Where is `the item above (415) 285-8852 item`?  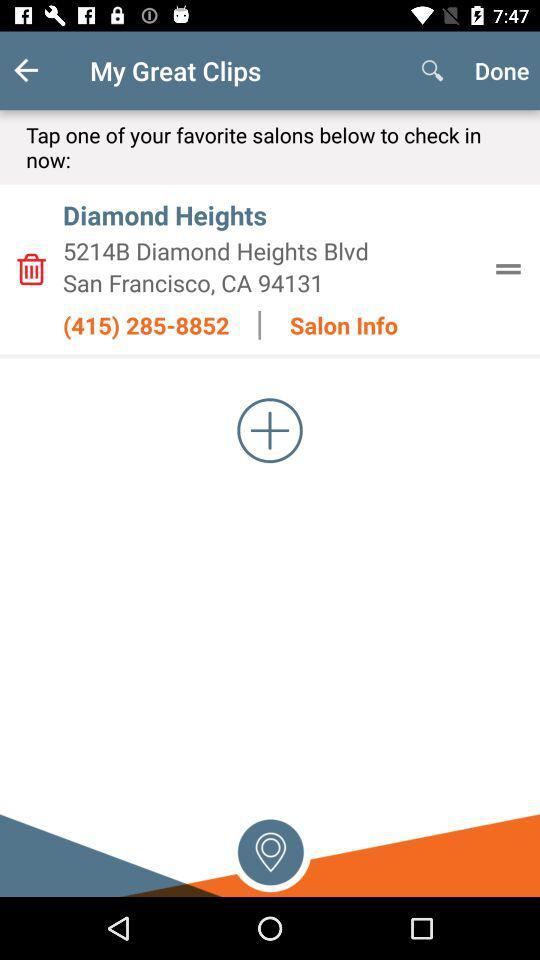 the item above (415) 285-8852 item is located at coordinates (270, 281).